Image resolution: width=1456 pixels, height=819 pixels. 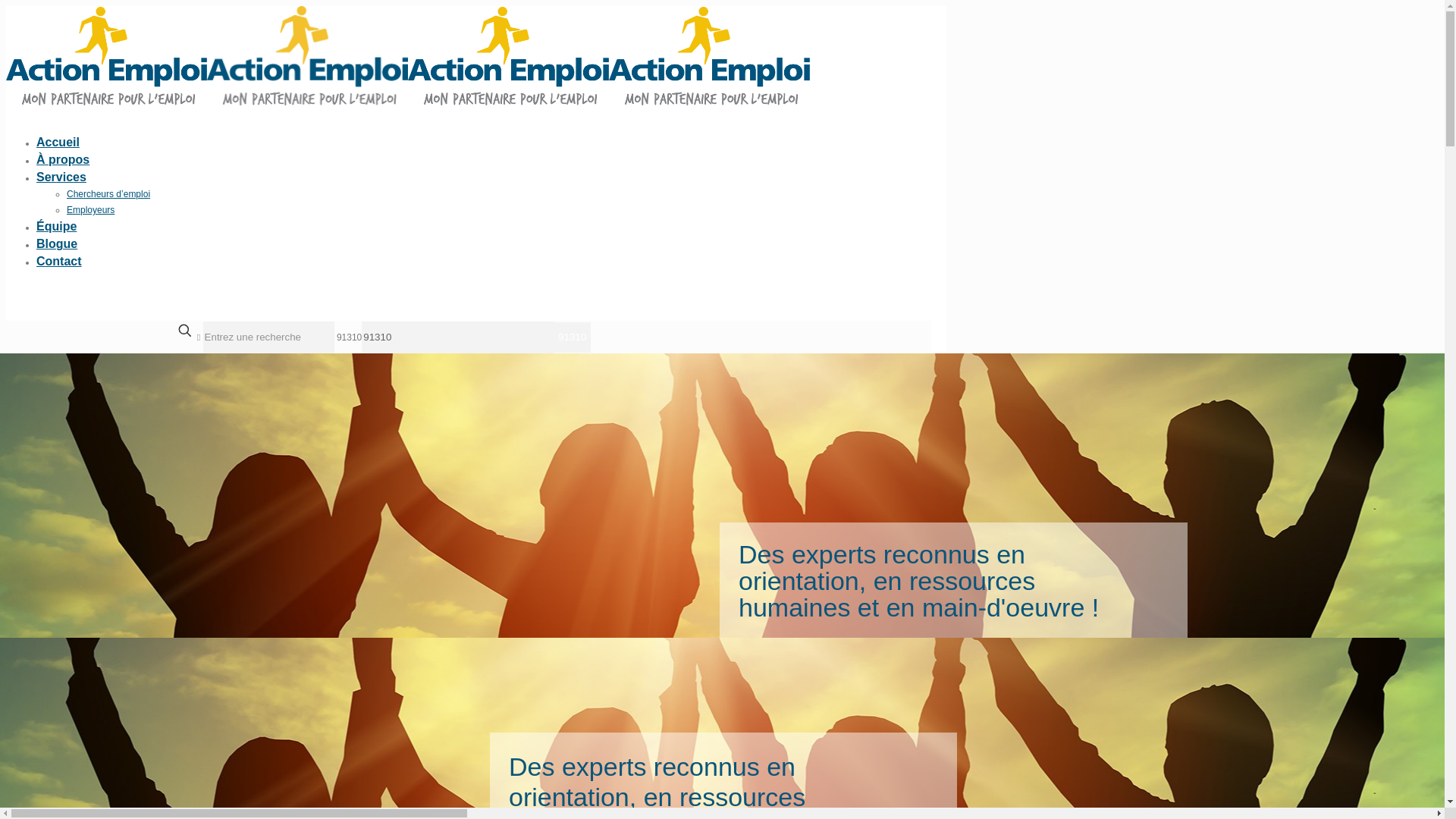 I want to click on 'Services', so click(x=61, y=176).